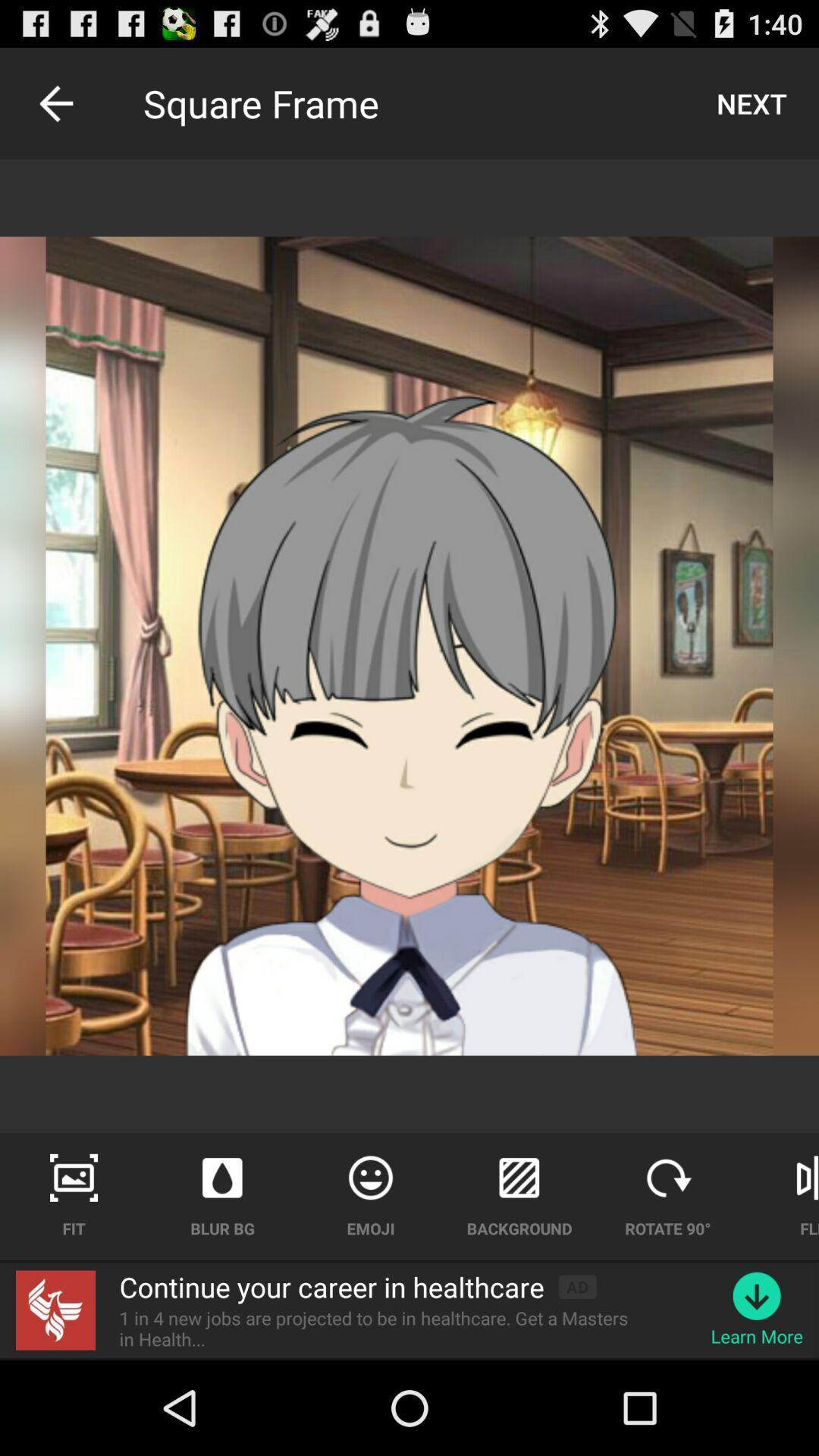 The height and width of the screenshot is (1456, 819). What do you see at coordinates (55, 110) in the screenshot?
I see `the arrow_backward icon` at bounding box center [55, 110].